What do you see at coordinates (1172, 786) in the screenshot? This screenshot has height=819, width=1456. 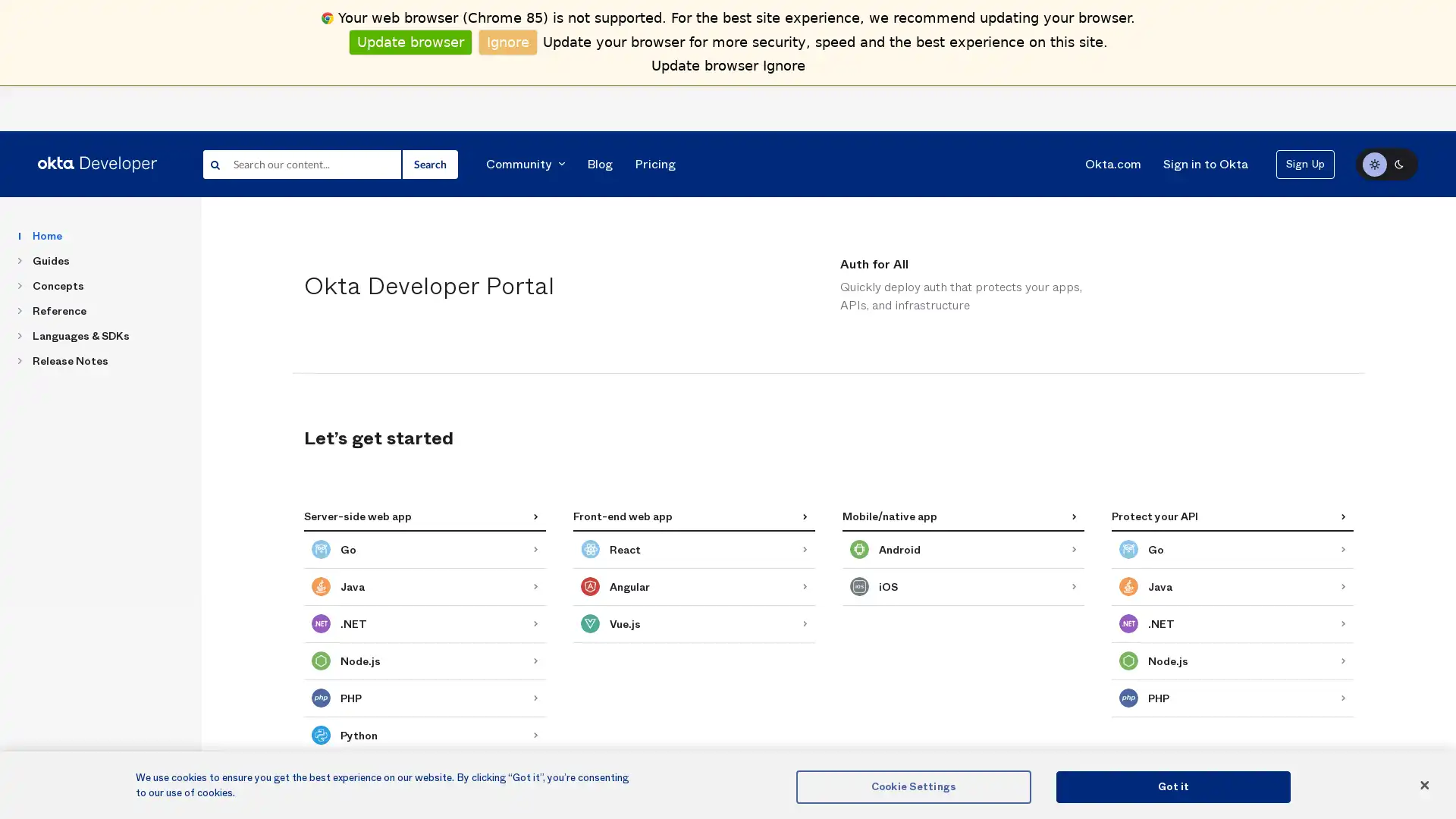 I see `Got it` at bounding box center [1172, 786].